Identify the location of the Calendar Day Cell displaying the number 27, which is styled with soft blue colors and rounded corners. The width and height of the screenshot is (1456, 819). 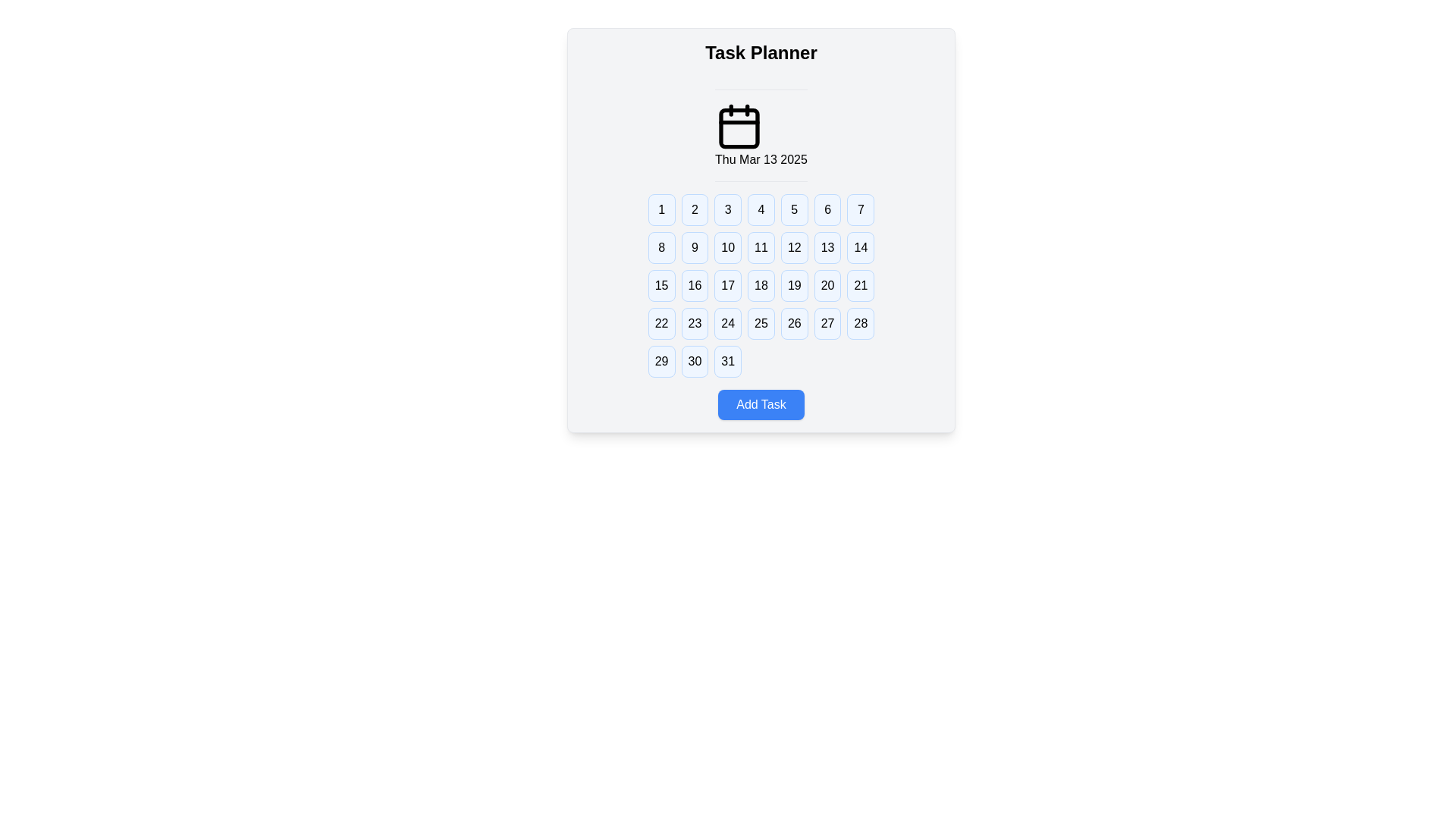
(827, 323).